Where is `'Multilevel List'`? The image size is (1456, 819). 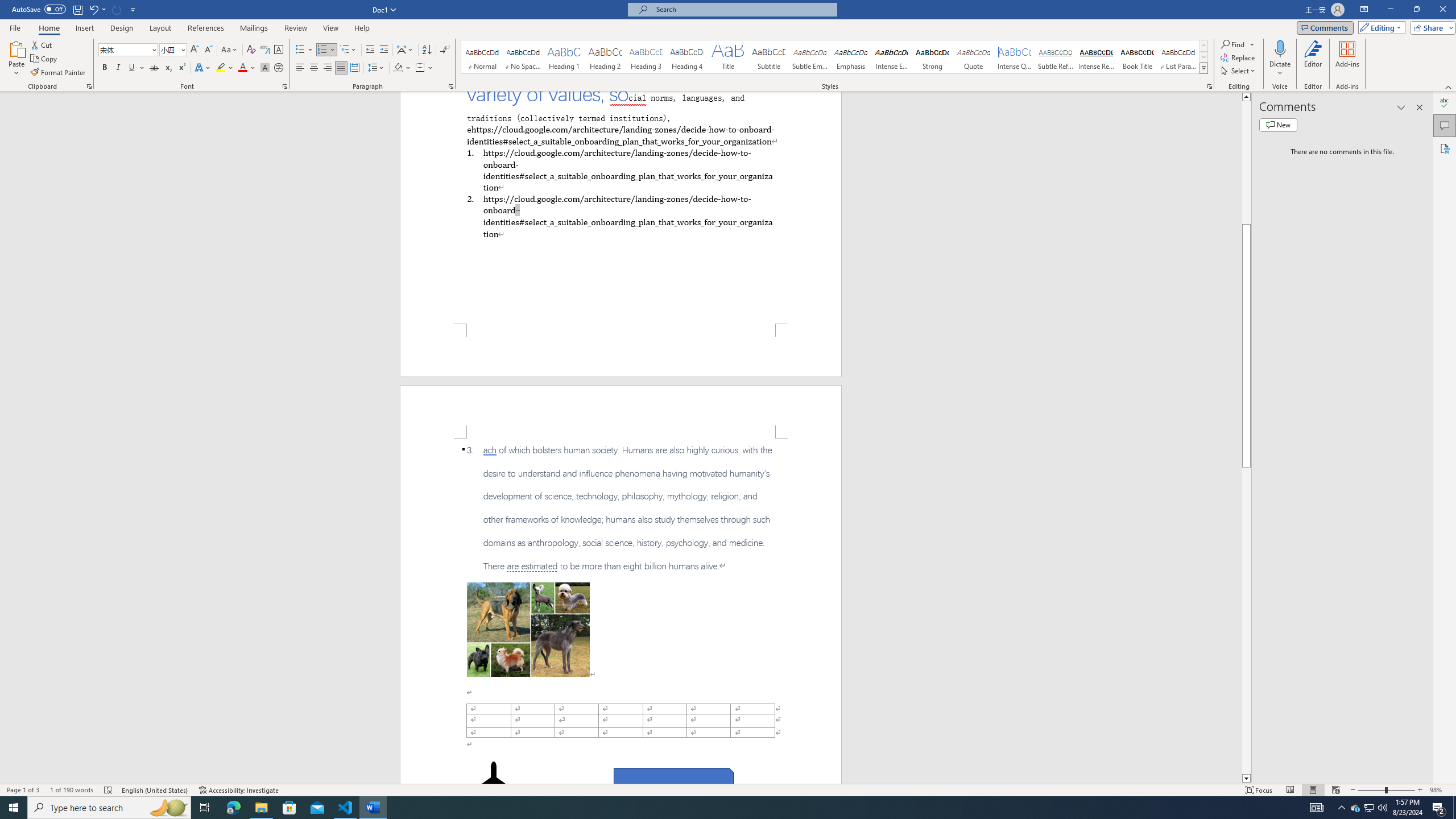 'Multilevel List' is located at coordinates (348, 49).